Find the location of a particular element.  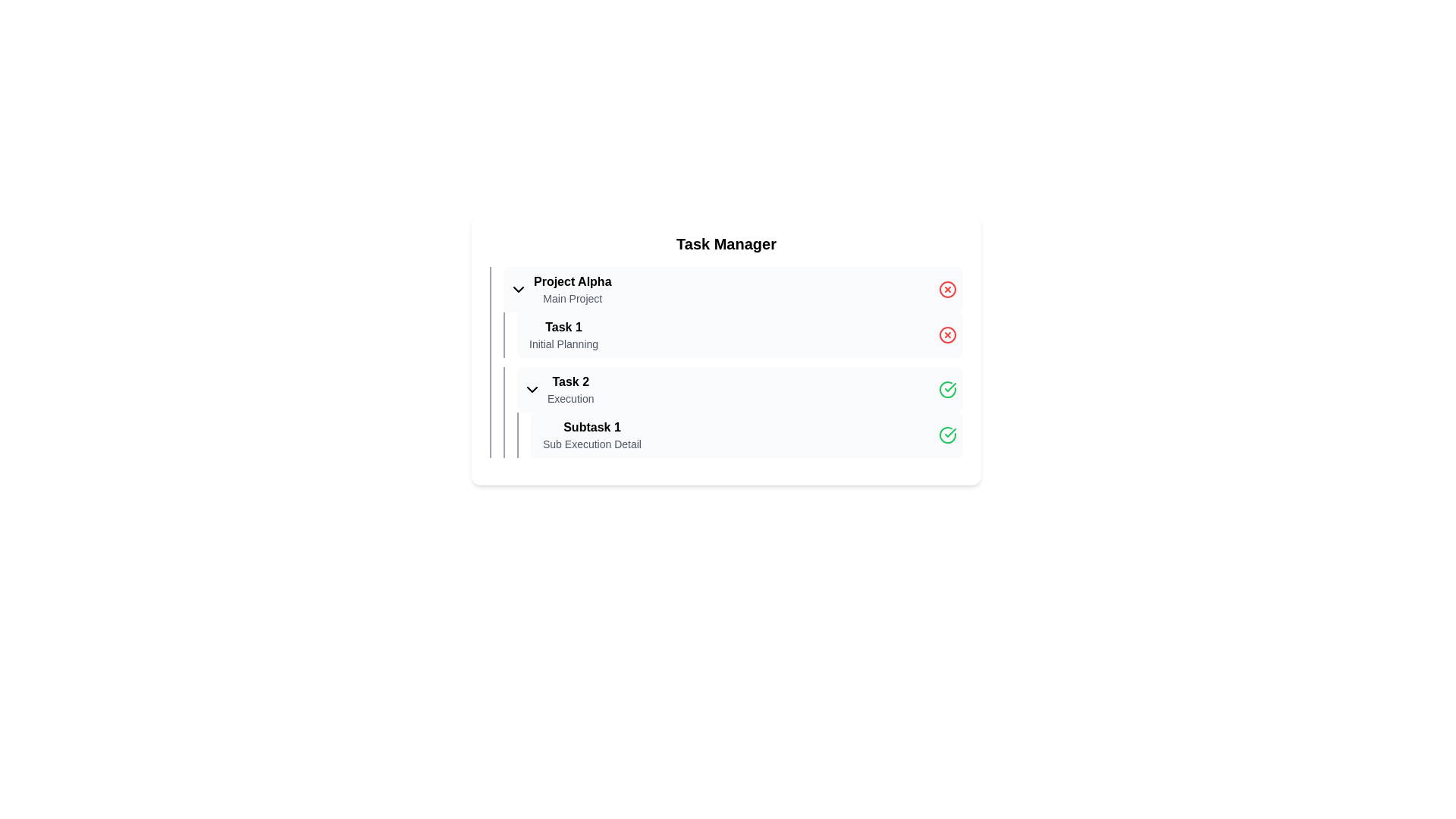

the 'Task 1' text label, which is the first task item under 'Project Alpha' in the tasks list, featuring bold text and a light-gray background is located at coordinates (560, 334).